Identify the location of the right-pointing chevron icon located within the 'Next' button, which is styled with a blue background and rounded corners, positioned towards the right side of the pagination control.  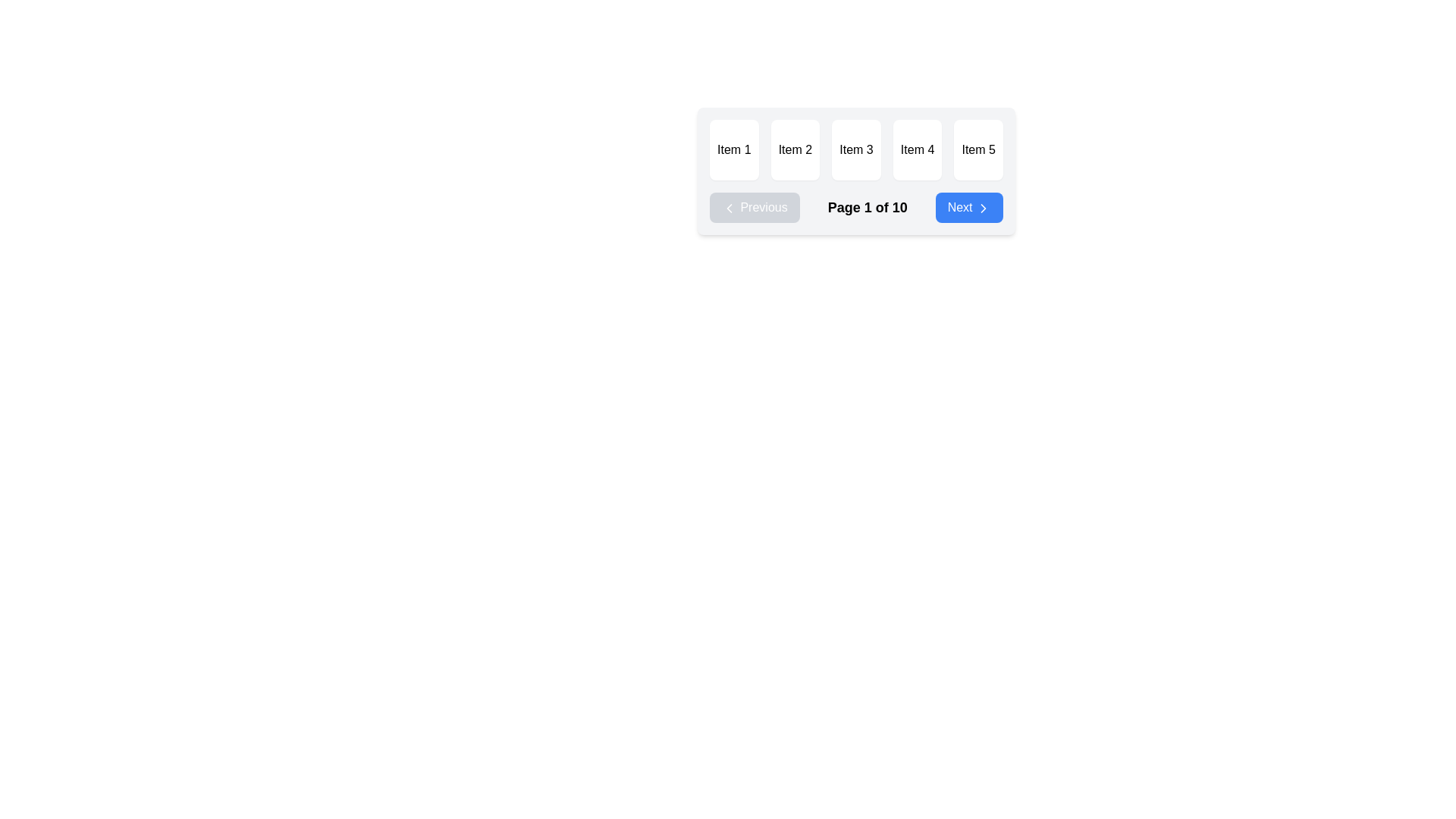
(983, 207).